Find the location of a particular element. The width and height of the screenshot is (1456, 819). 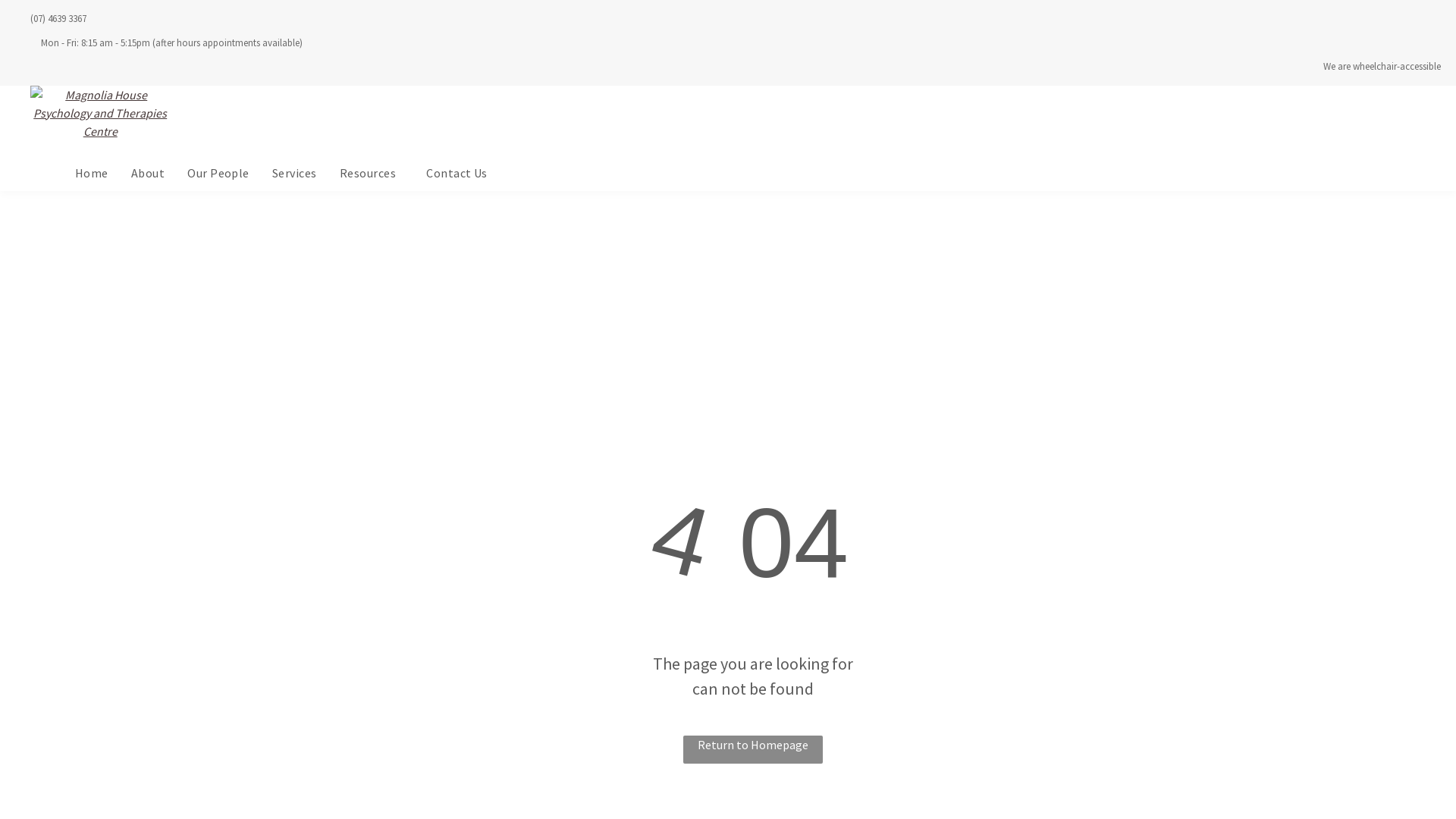

'Services' is located at coordinates (294, 171).